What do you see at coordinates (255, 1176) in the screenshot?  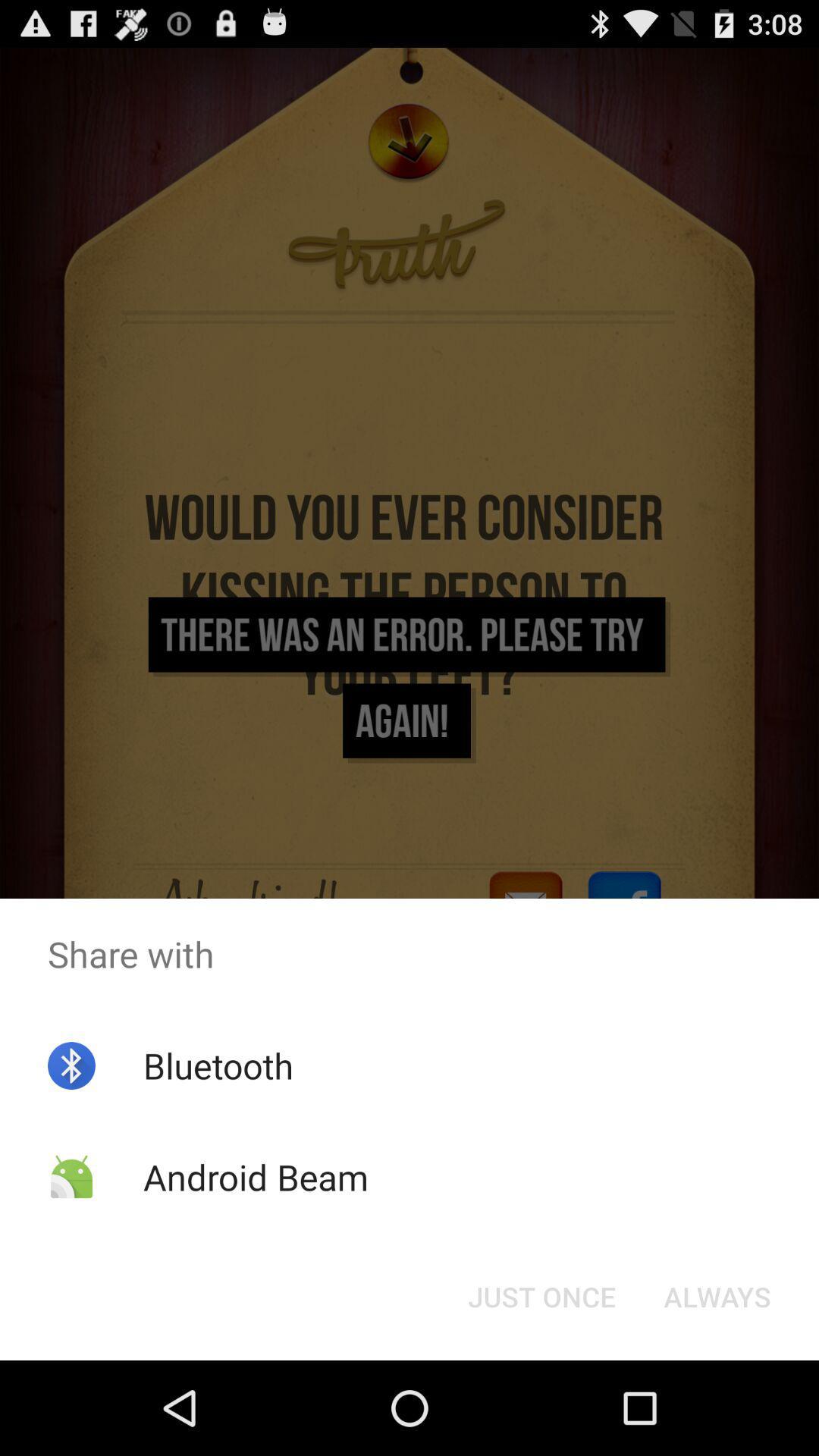 I see `android beam icon` at bounding box center [255, 1176].